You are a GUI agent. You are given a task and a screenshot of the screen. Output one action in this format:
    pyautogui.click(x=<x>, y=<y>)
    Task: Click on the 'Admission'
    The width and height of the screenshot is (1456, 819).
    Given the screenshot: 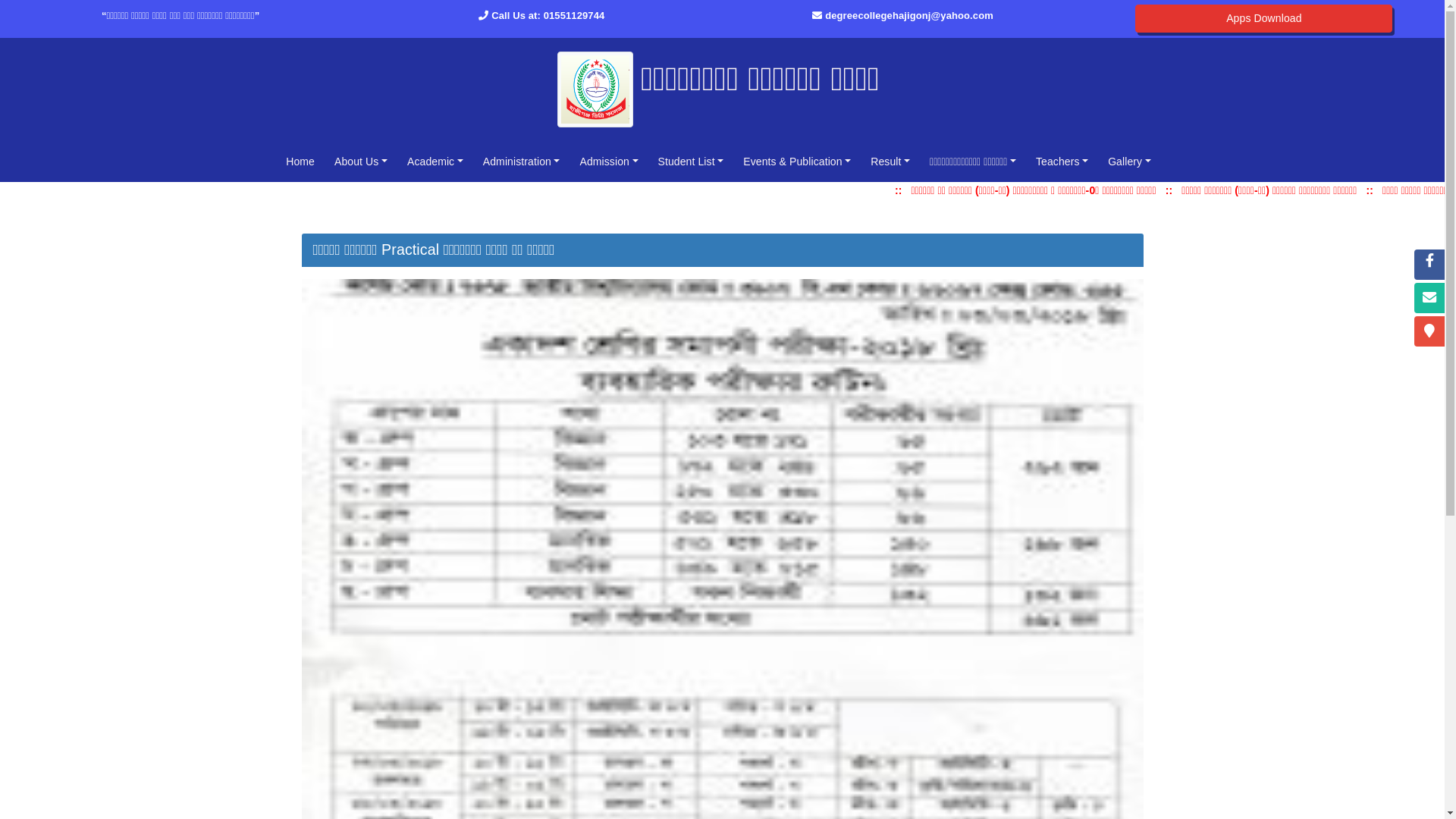 What is the action you would take?
    pyautogui.click(x=572, y=161)
    